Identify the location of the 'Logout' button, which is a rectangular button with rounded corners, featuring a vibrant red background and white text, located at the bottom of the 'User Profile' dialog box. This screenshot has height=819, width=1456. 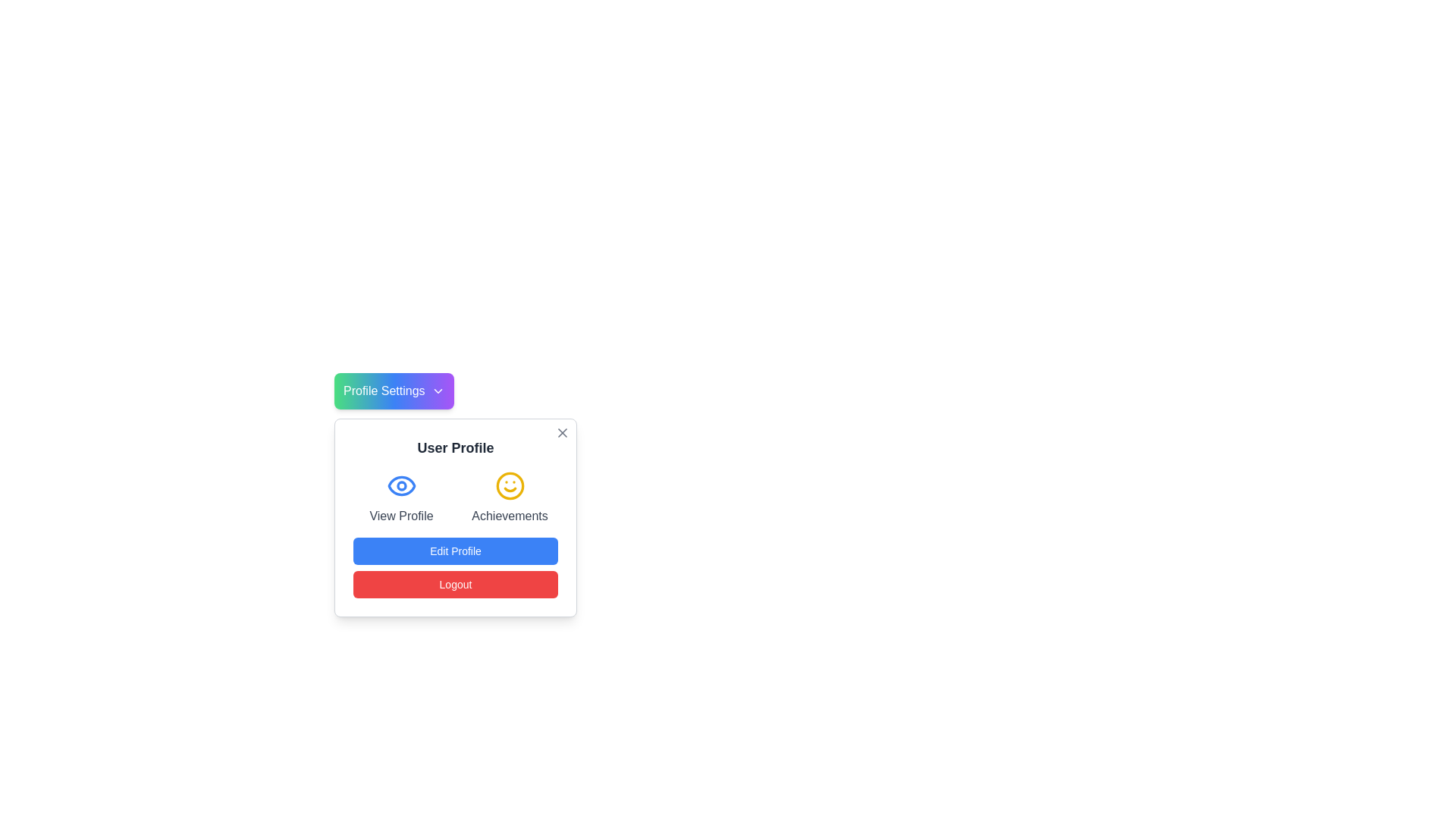
(454, 584).